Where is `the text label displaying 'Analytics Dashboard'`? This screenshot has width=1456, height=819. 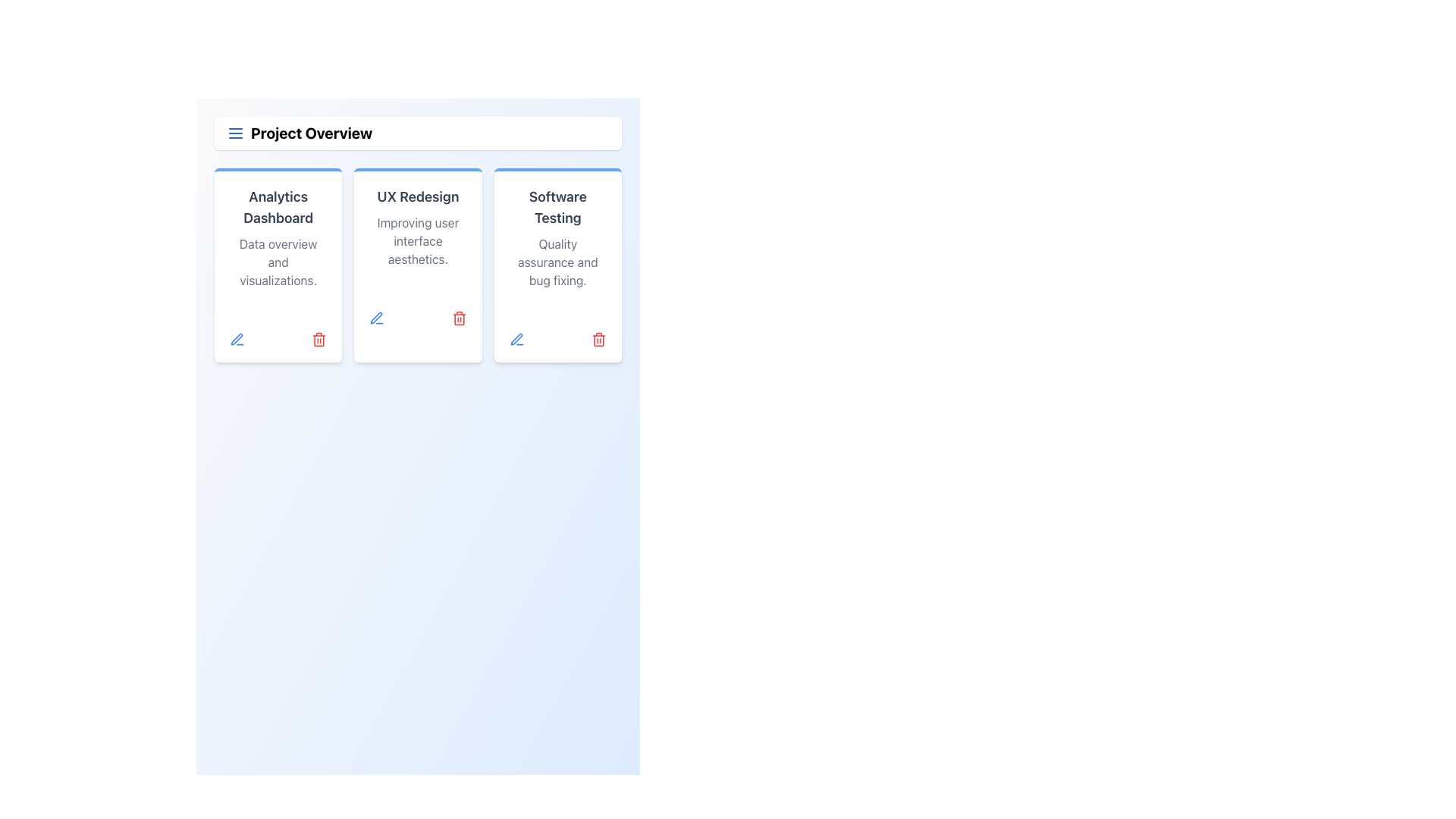 the text label displaying 'Analytics Dashboard' is located at coordinates (278, 207).